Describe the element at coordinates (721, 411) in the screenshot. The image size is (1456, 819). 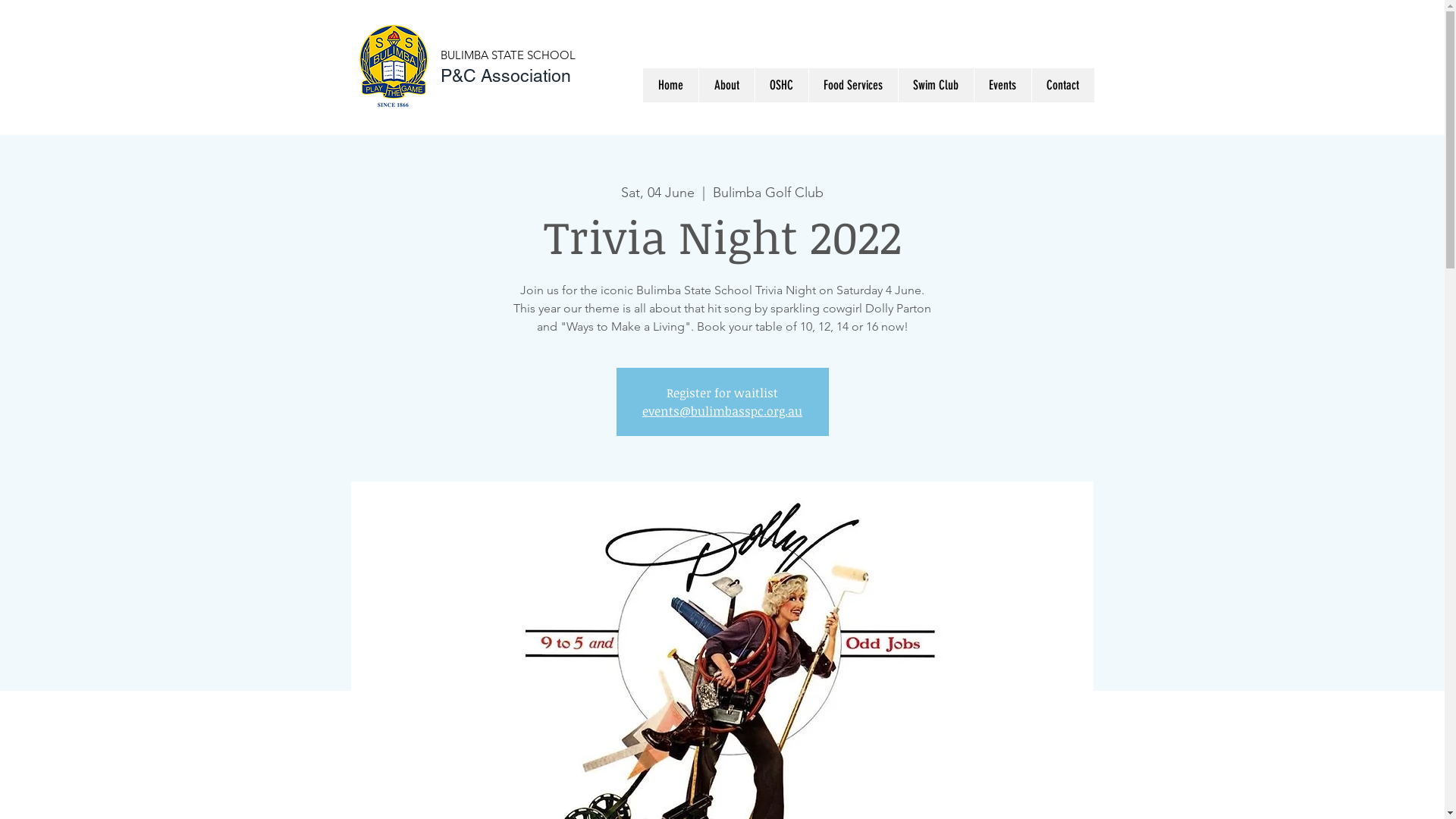
I see `'events@bulimbasspc.org.au'` at that location.